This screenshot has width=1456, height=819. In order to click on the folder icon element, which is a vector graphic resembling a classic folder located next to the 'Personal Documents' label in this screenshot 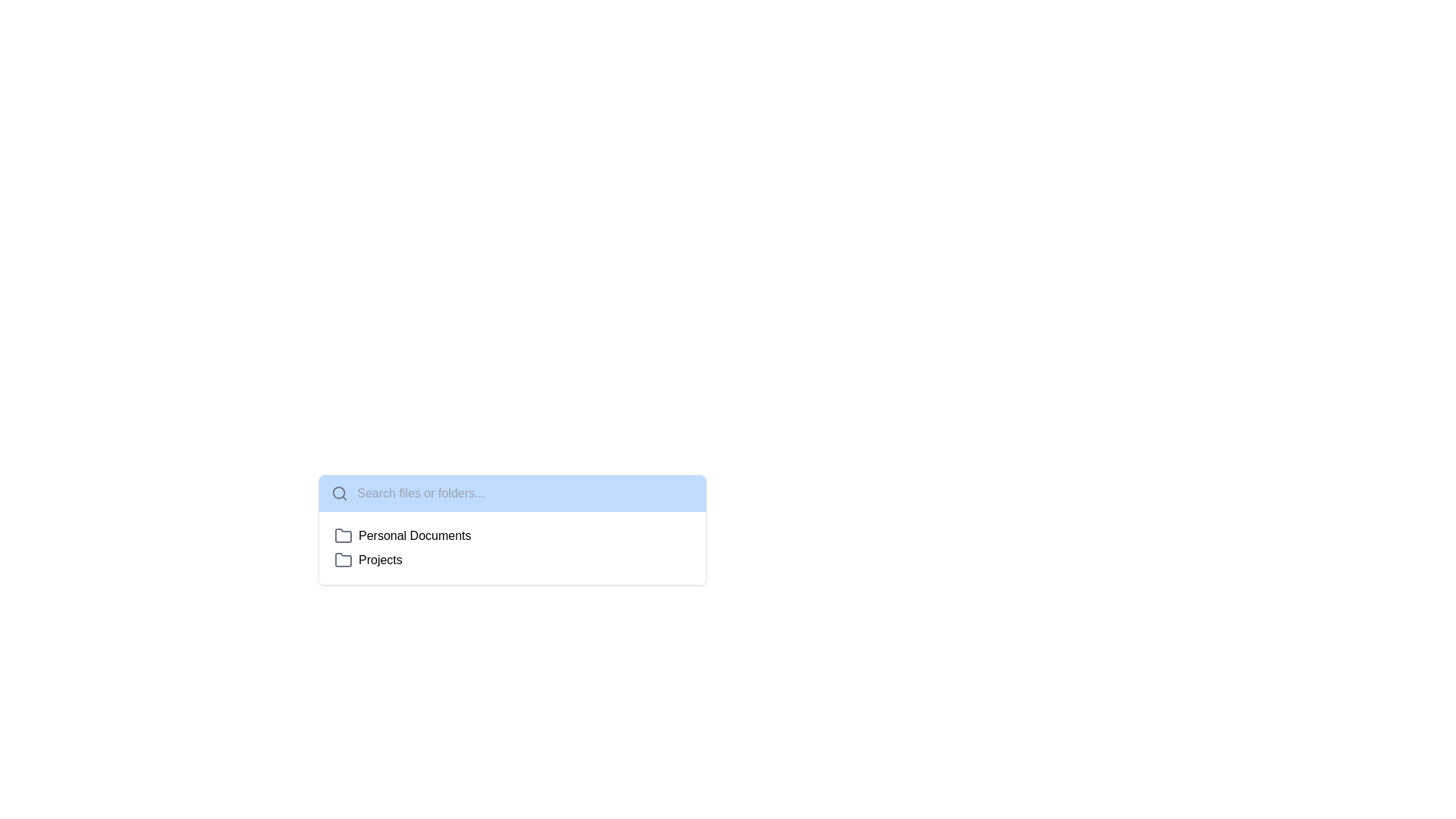, I will do `click(342, 535)`.